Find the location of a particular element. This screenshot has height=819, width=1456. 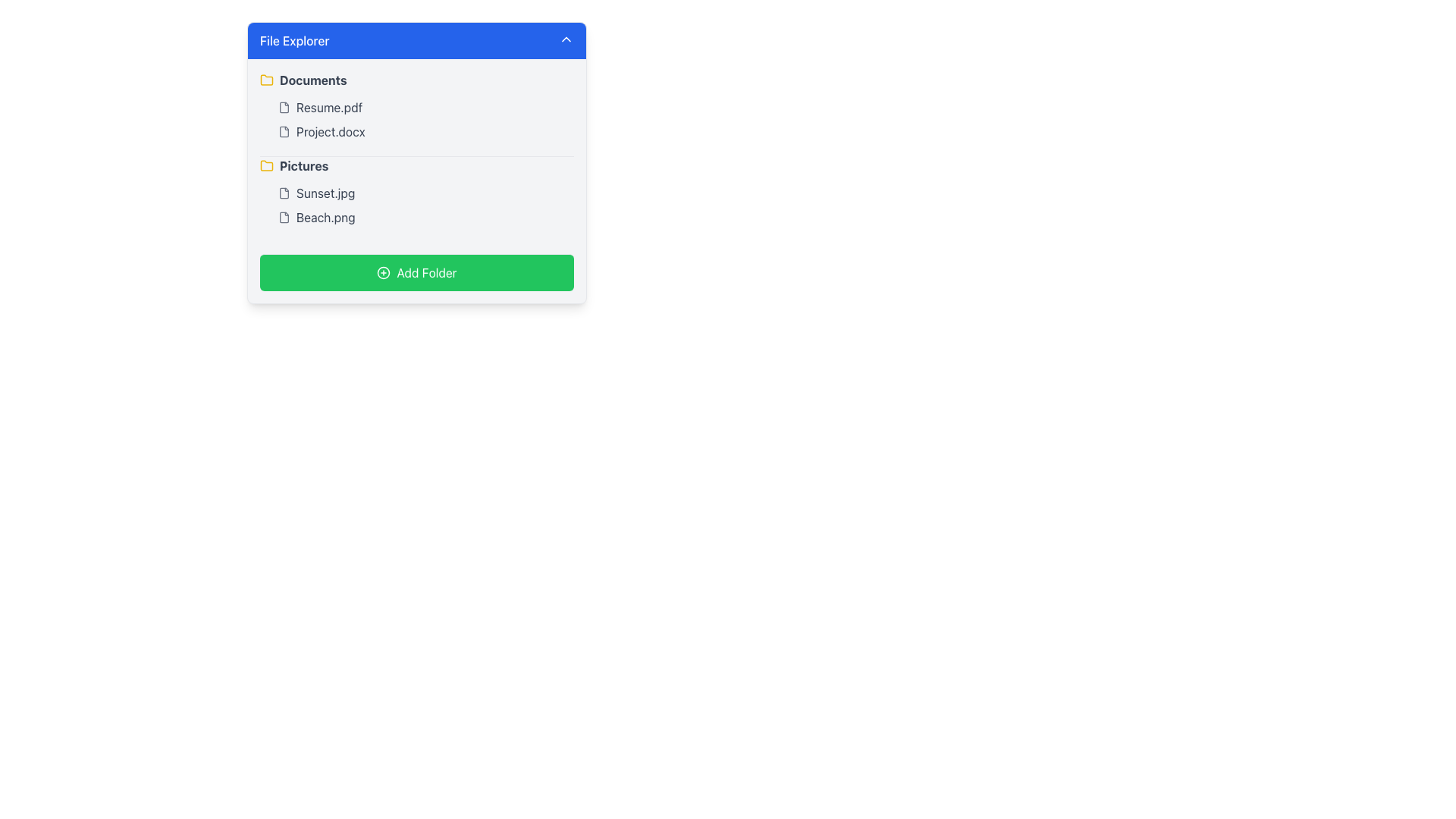

the List Item displaying 'Beach.png' in the Pictures section of the file explorer is located at coordinates (425, 217).